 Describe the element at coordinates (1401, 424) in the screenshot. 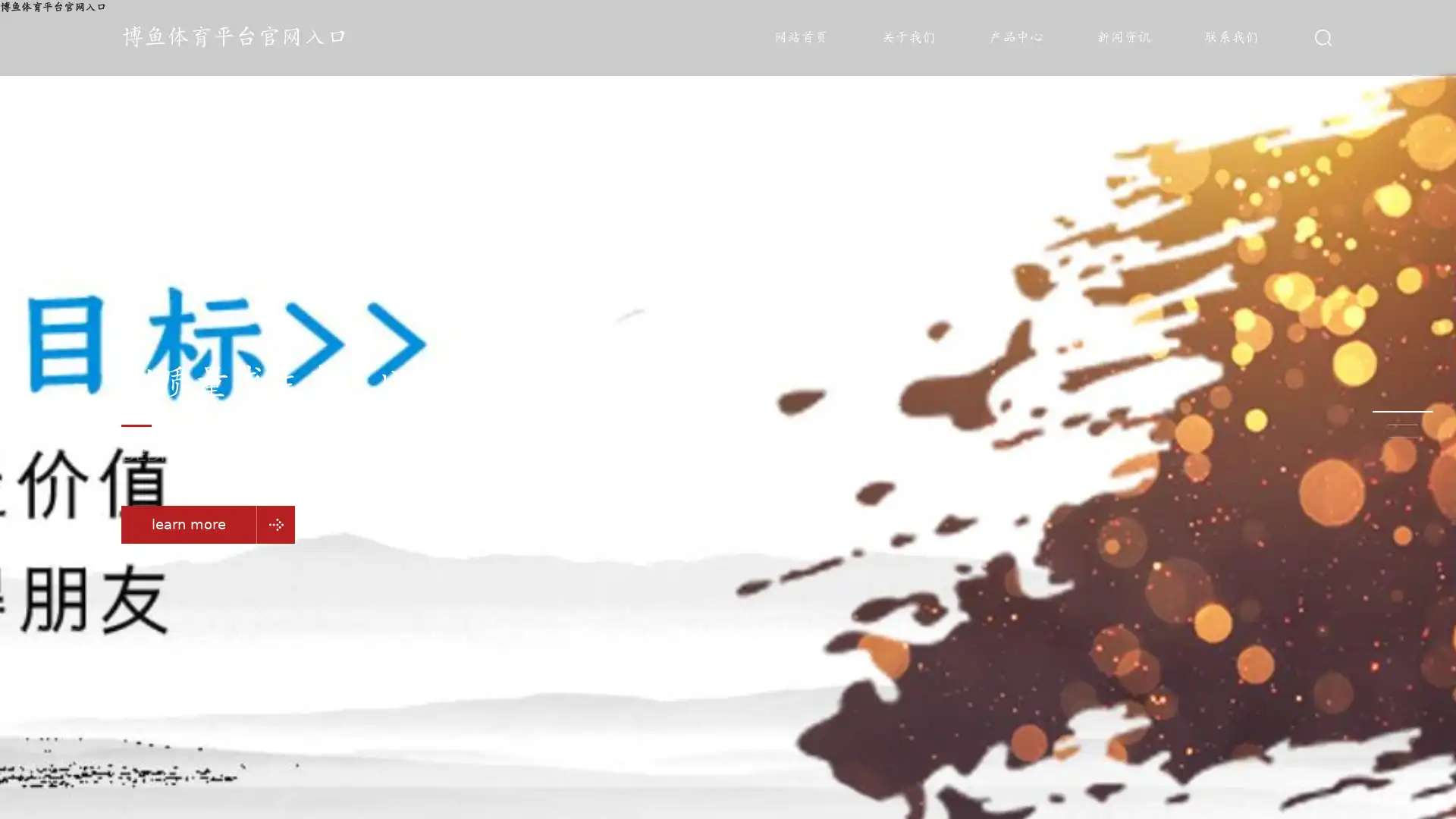

I see `Go to slide 2` at that location.